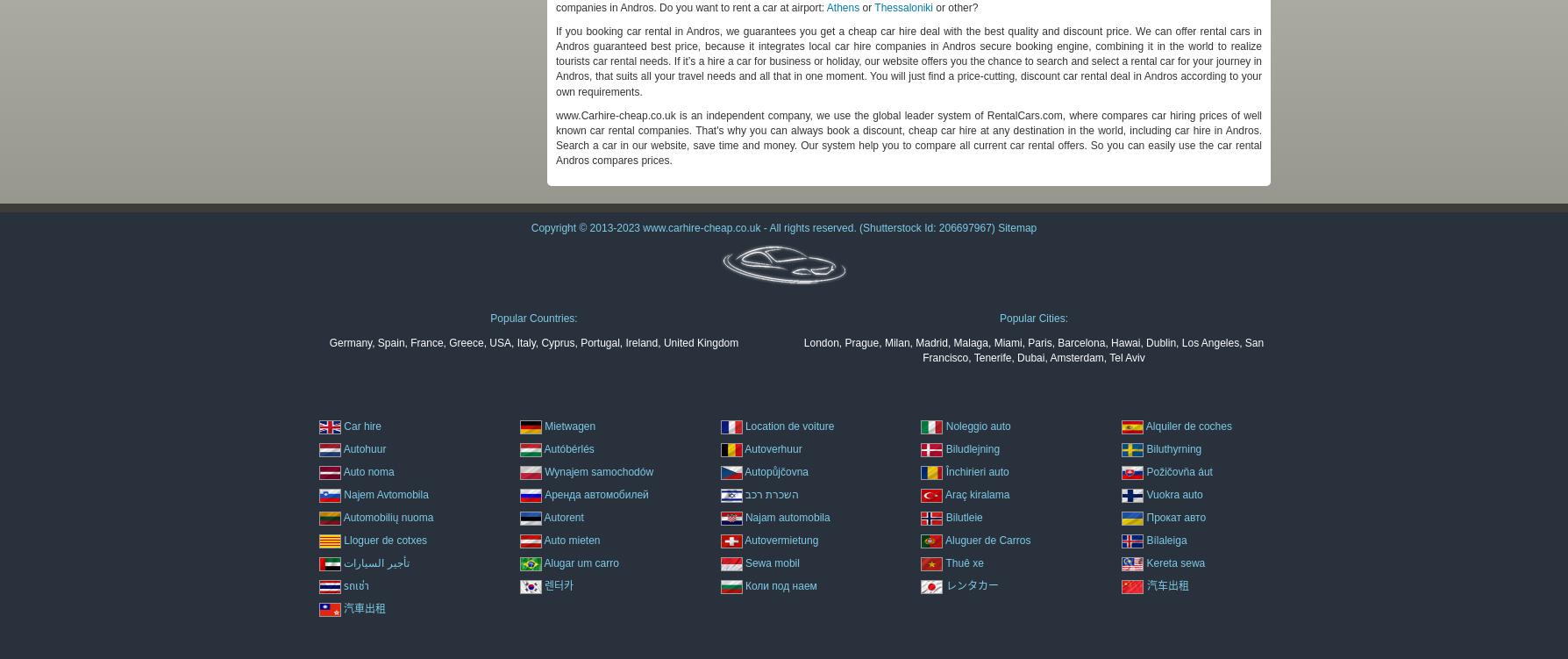 This screenshot has height=659, width=1568. Describe the element at coordinates (909, 138) in the screenshot. I see `'www.Carhire-cheap.co.uk is an independent company, we use the global leader system of RentalCars.com, where compares car hiring prices of well known car rental companies. That's why you can always book a discount, cheap car hire at any destination in the world, including car hire in Andros. Search a car in our website, save time and money. Our system help you to compare all current car rental offers. So you can easily use the car rental Andros compares prices.'` at that location.